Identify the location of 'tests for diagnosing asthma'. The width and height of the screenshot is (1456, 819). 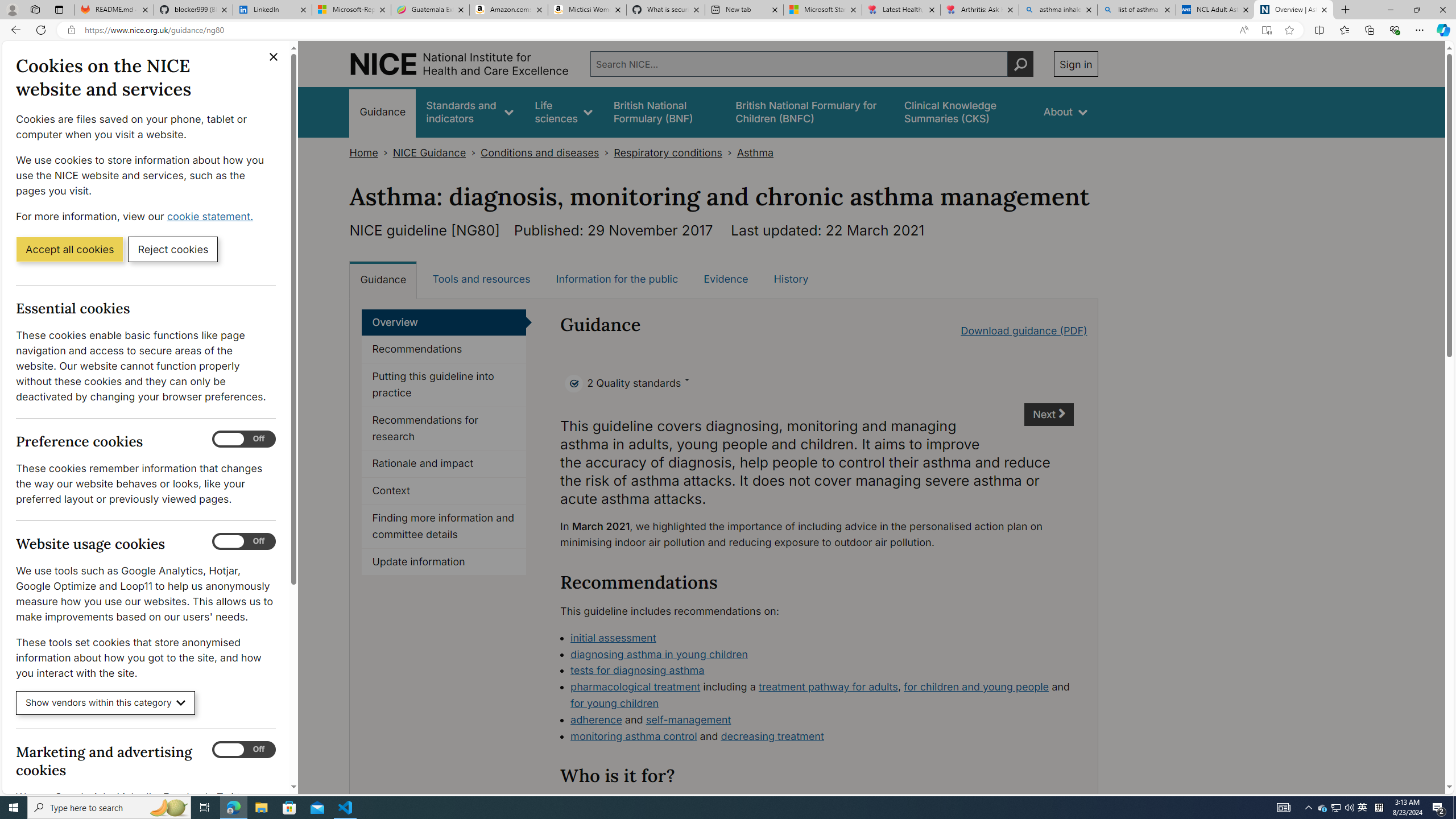
(638, 669).